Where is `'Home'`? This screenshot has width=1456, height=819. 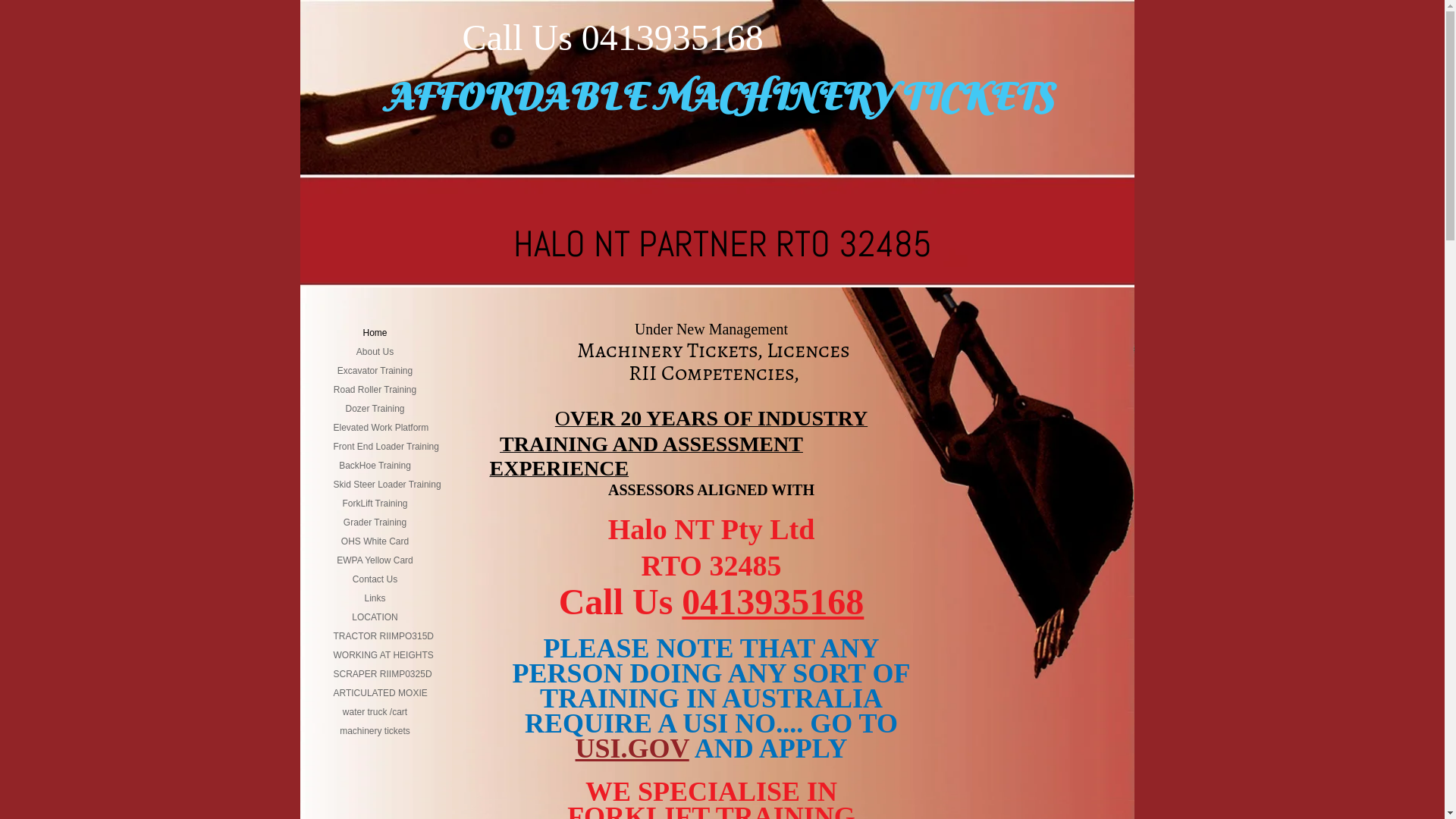
'Home' is located at coordinates (375, 332).